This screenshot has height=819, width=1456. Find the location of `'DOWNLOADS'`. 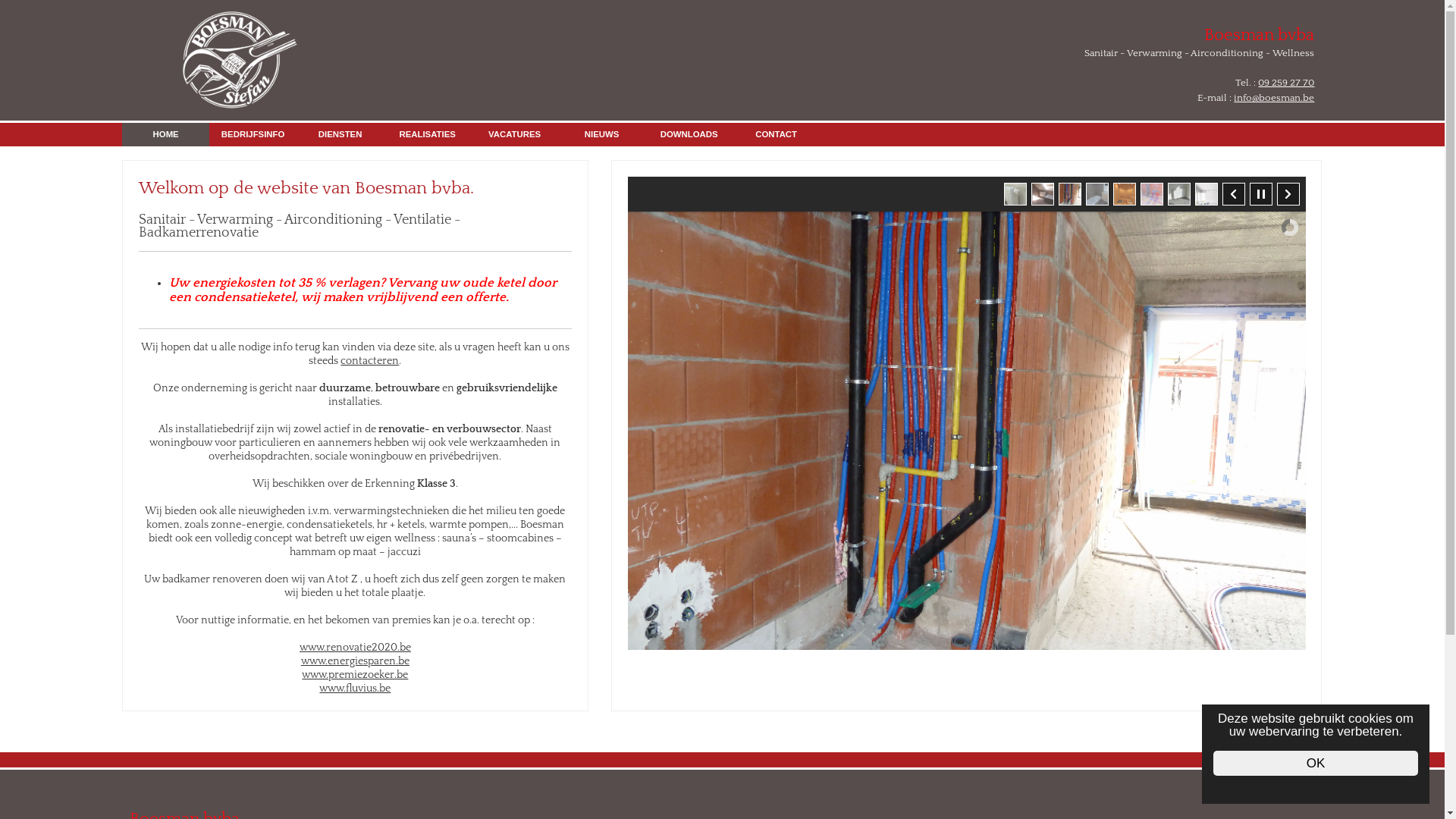

'DOWNLOADS' is located at coordinates (688, 133).